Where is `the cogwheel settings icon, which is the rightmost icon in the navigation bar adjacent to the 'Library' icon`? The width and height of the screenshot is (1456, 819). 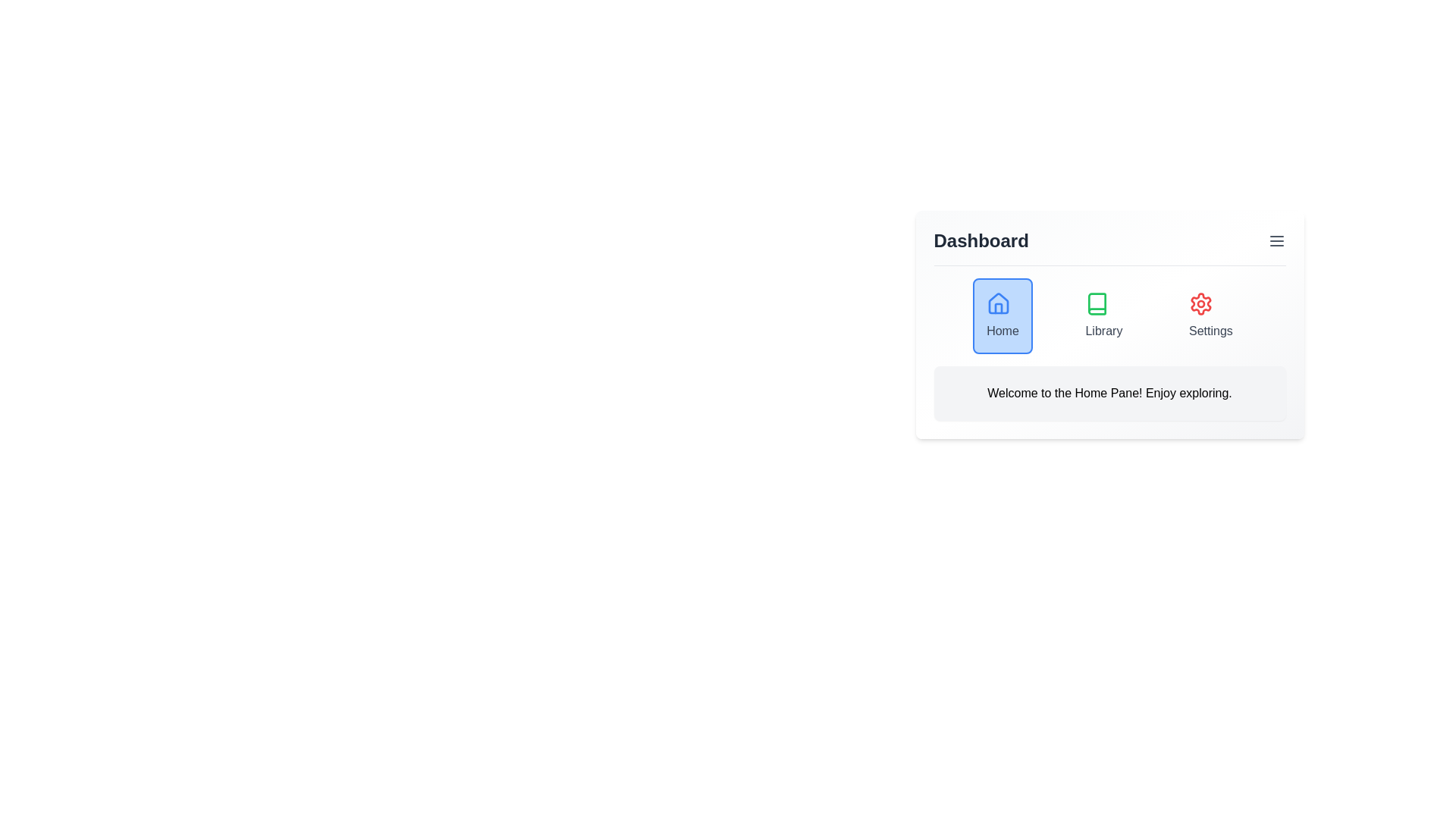
the cogwheel settings icon, which is the rightmost icon in the navigation bar adjacent to the 'Library' icon is located at coordinates (1200, 304).